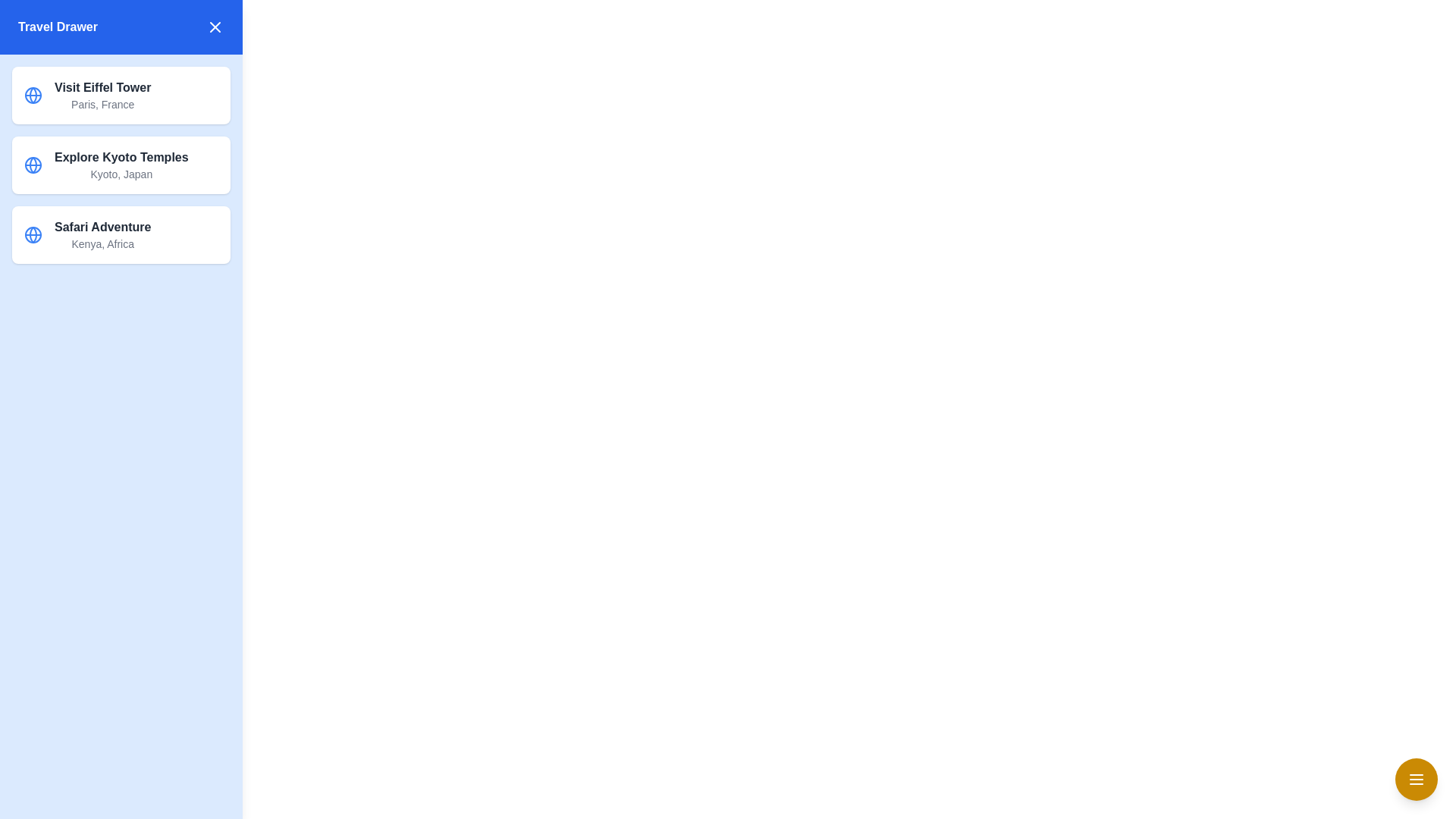  What do you see at coordinates (102, 96) in the screenshot?
I see `the text block displaying the name and location of a travel destination in the topmost card of the travel options list under the 'Travel Drawer' header` at bounding box center [102, 96].